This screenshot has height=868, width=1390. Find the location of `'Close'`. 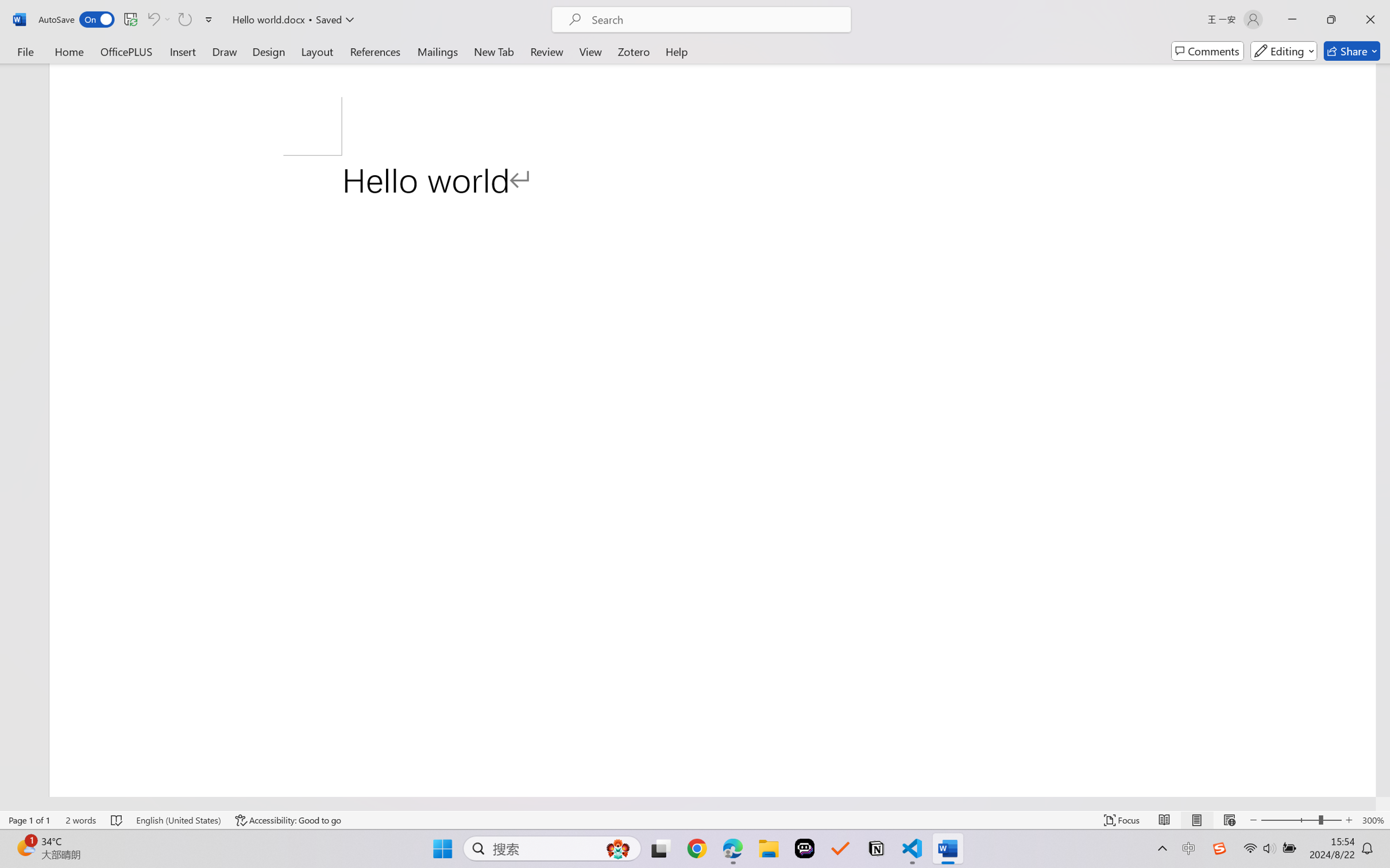

'Close' is located at coordinates (1370, 19).